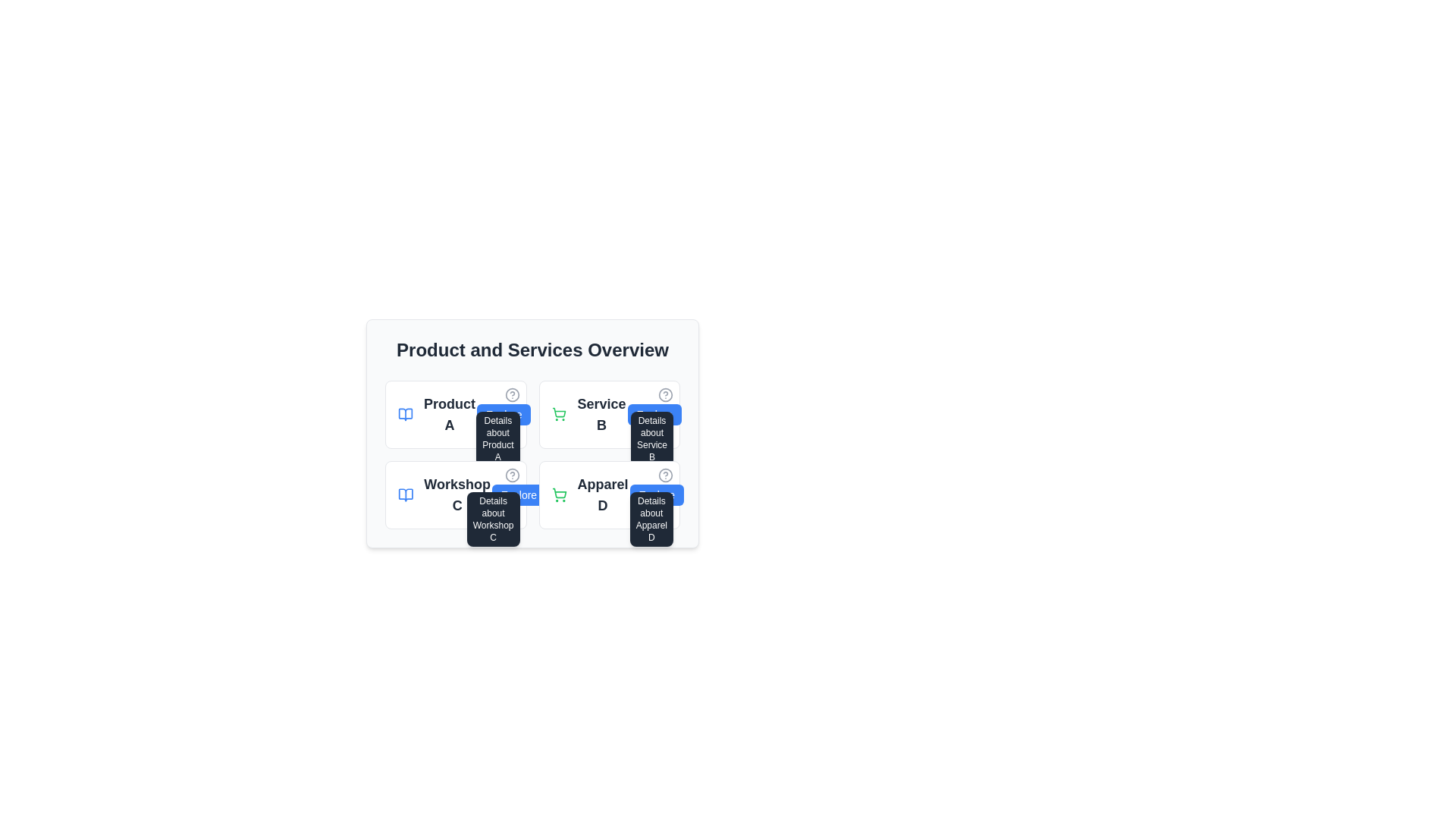 This screenshot has width=1456, height=819. Describe the element at coordinates (588, 415) in the screenshot. I see `to select the 'Service B' text and shopping cart icon, which is visually distinguished by a green shopping cart icon followed by large, bold, dark-colored text, located in the top-right of the 'Product and Services Overview' grid` at that location.